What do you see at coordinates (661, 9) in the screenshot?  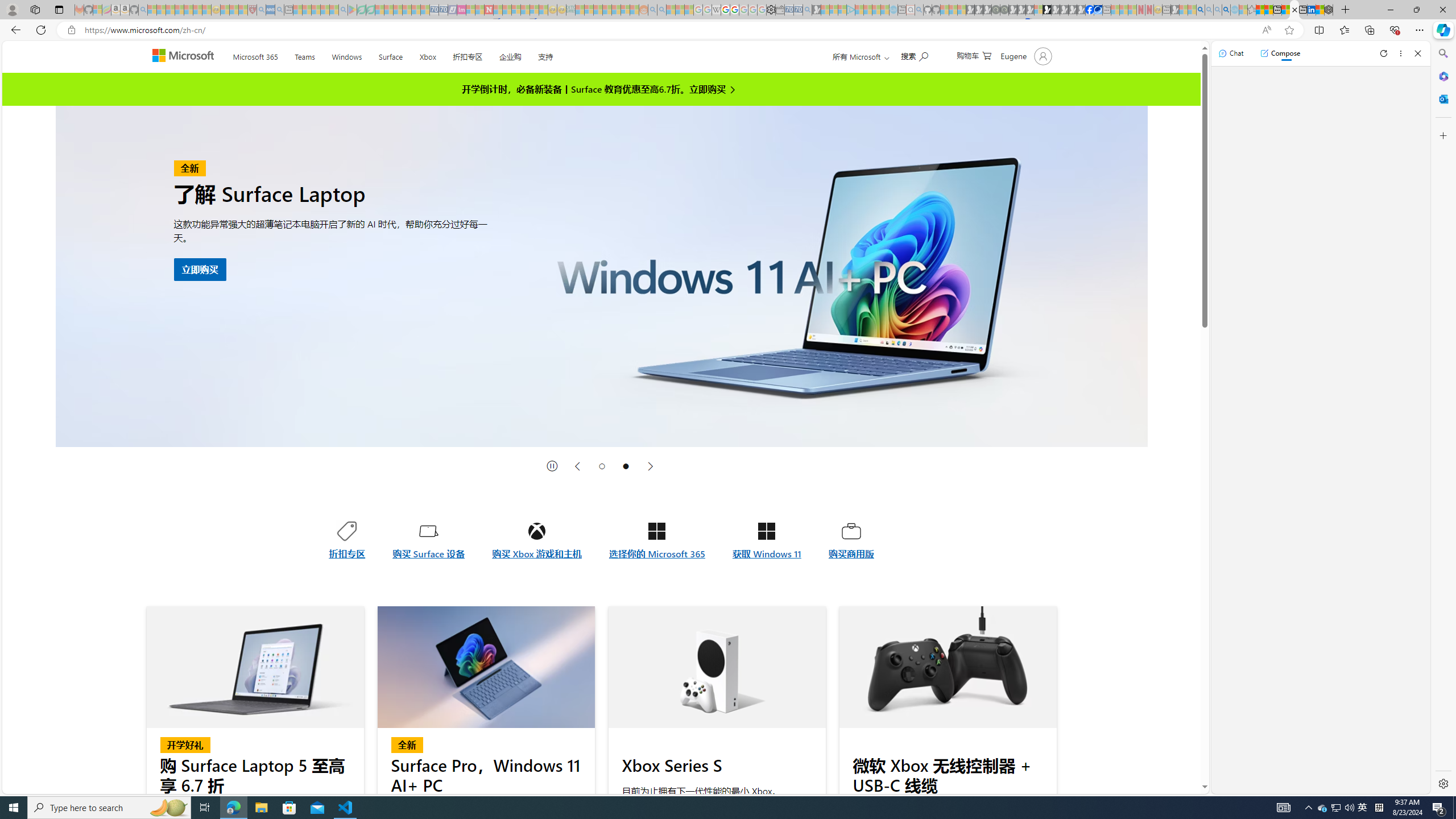 I see `'Utah sues federal government - Search - Sleeping'` at bounding box center [661, 9].